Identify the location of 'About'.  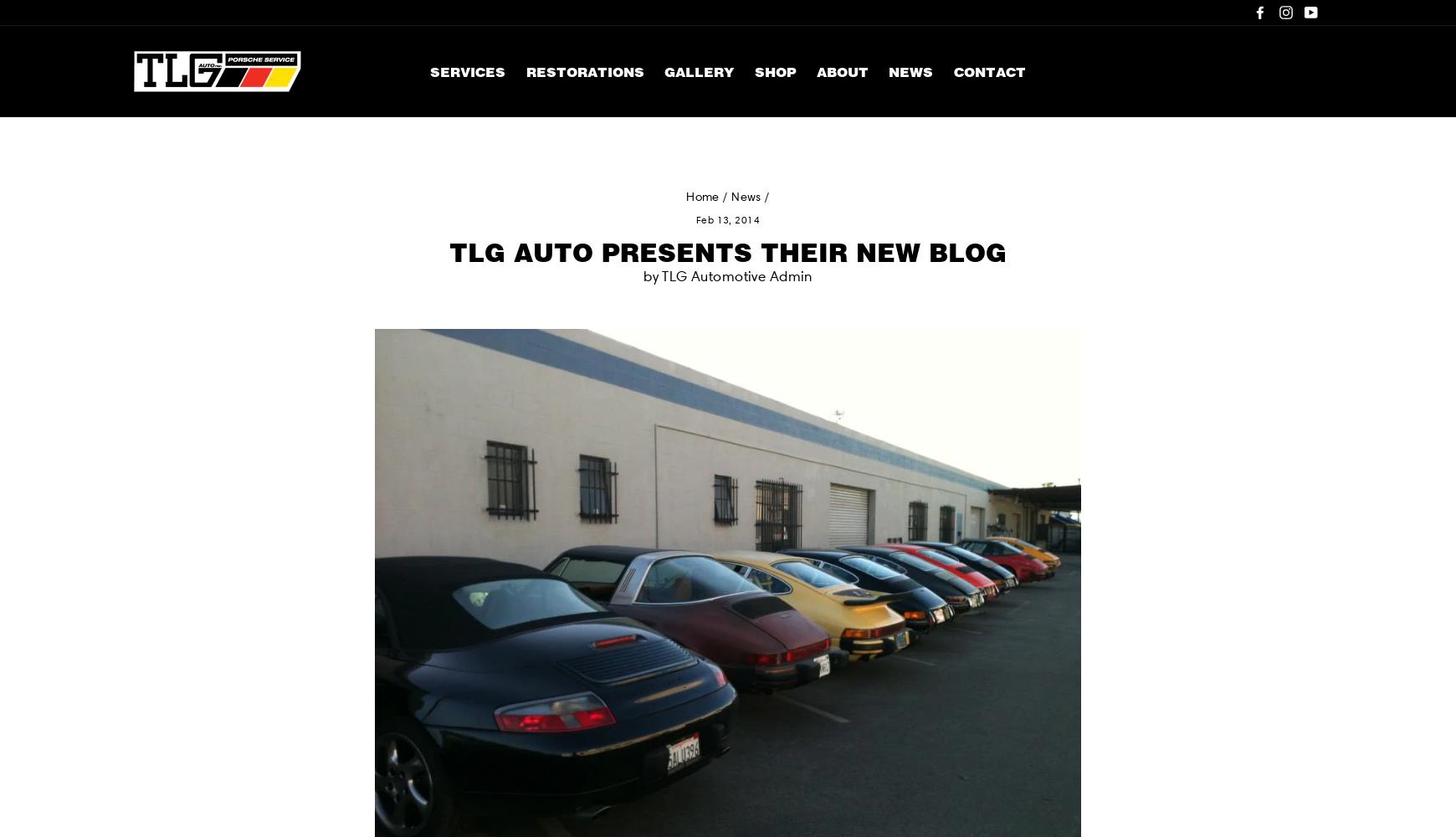
(841, 70).